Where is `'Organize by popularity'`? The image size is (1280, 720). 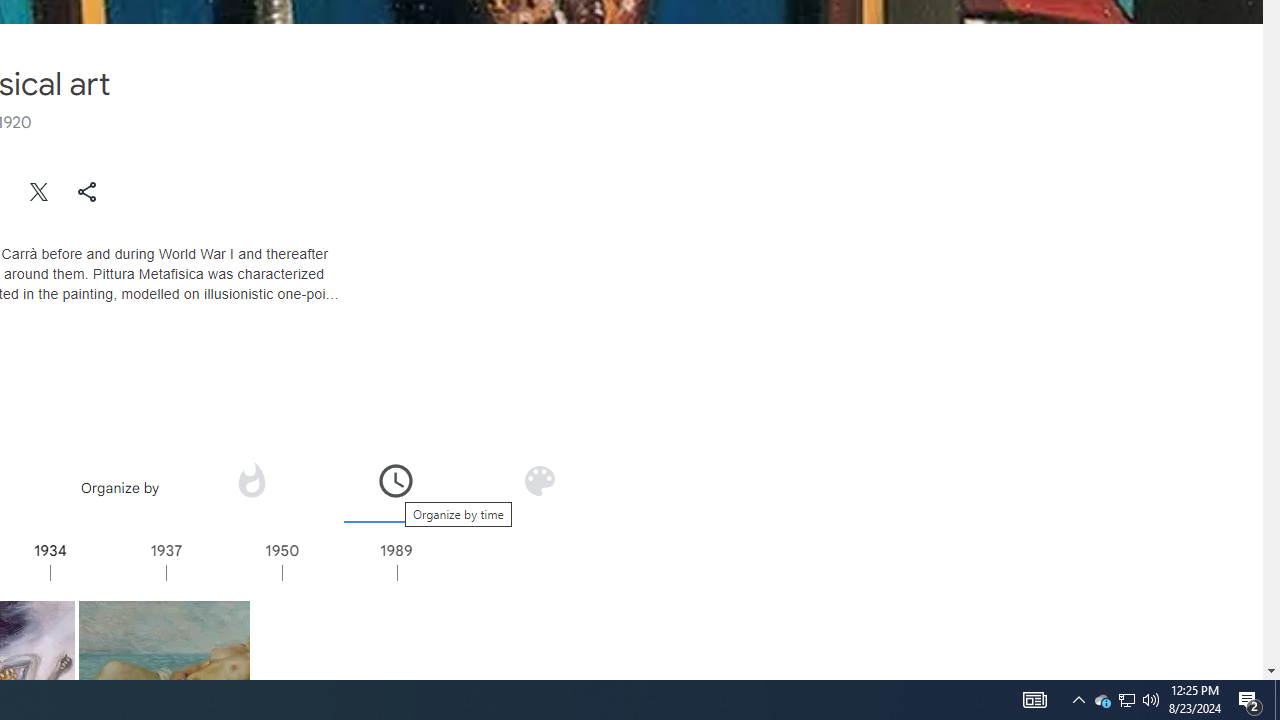
'Organize by popularity' is located at coordinates (250, 487).